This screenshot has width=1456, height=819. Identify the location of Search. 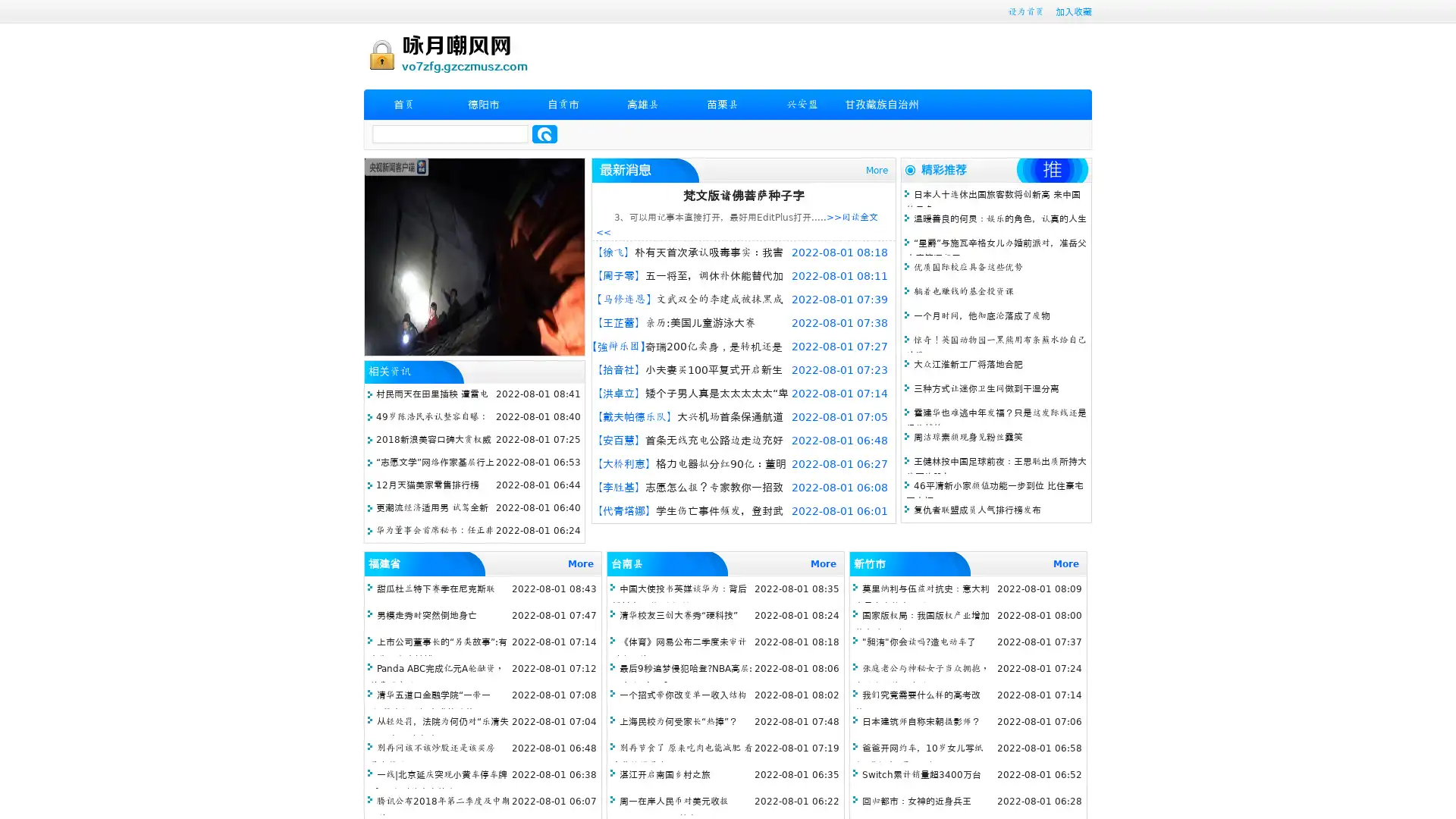
(544, 133).